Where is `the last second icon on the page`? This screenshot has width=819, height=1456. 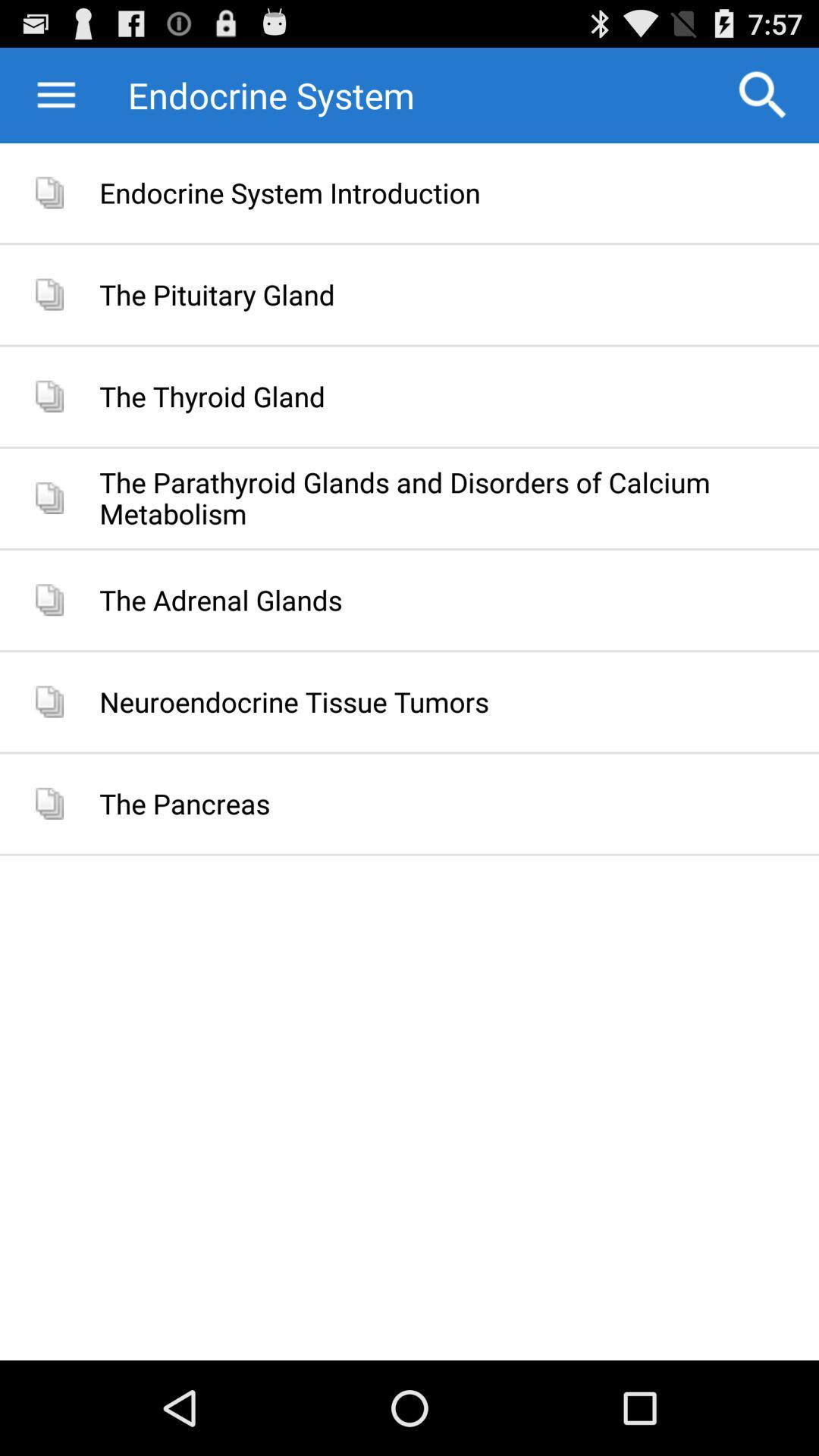 the last second icon on the page is located at coordinates (49, 701).